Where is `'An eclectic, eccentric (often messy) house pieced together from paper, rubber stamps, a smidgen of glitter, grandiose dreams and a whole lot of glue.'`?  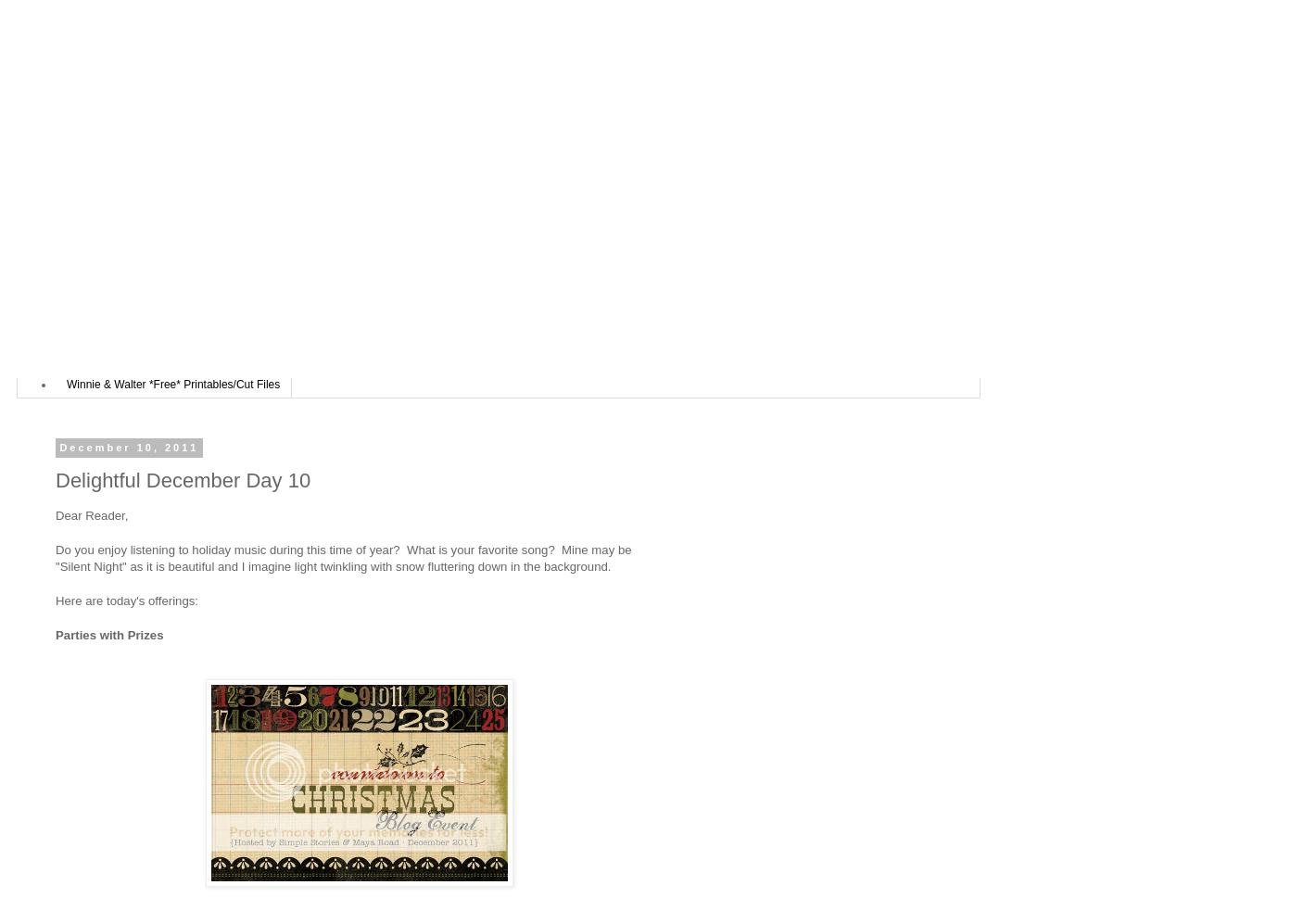 'An eclectic, eccentric (often messy) house pieced together from paper, rubber stamps, a smidgen of glitter, grandiose dreams and a whole lot of glue.' is located at coordinates (475, 255).